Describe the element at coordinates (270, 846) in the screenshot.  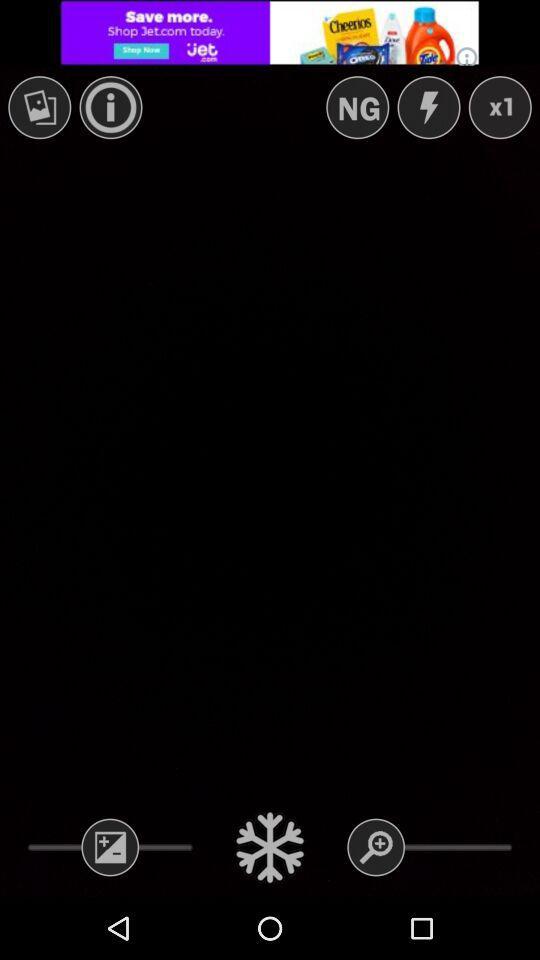
I see `the settings icon` at that location.